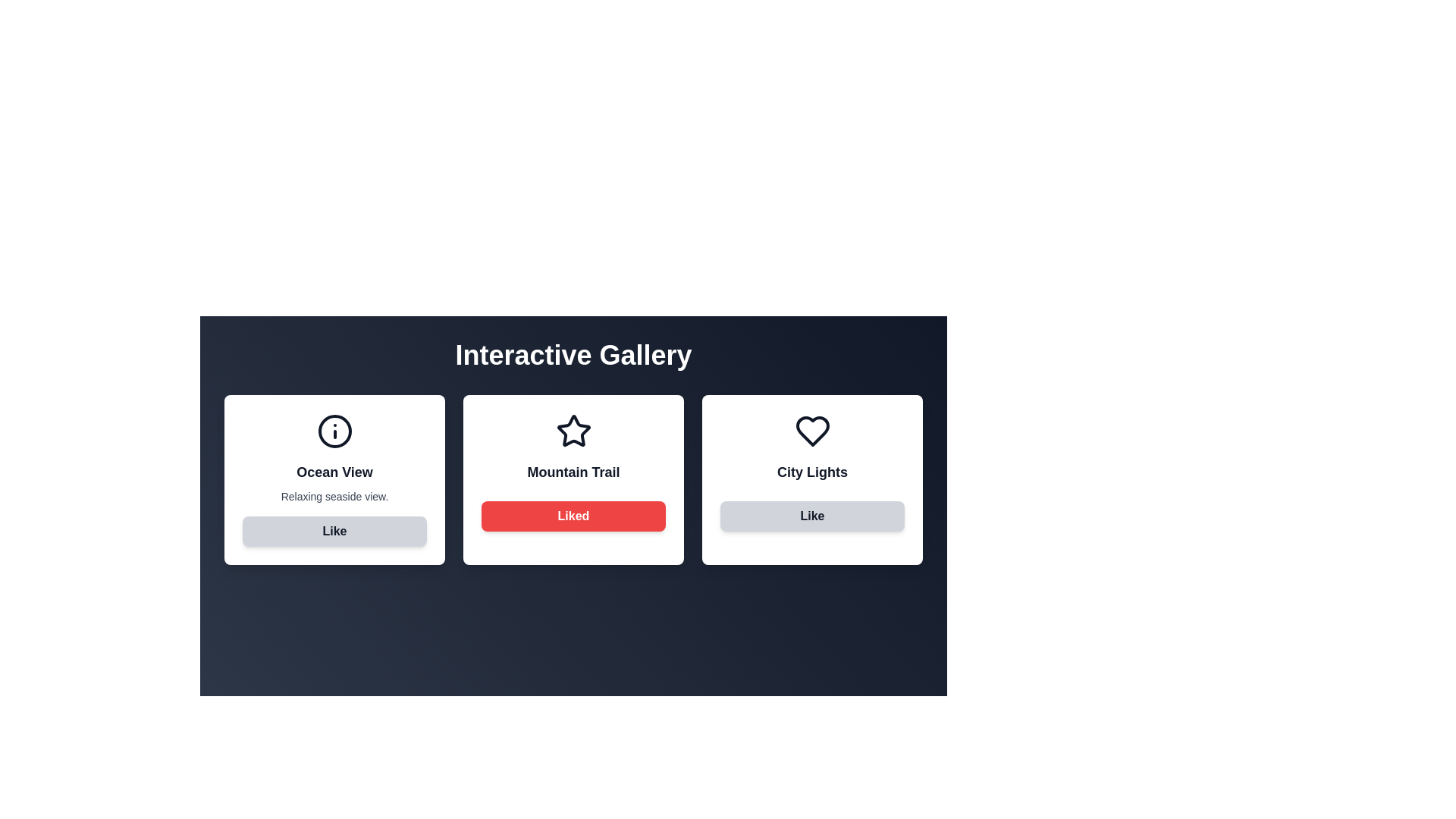 This screenshot has width=1456, height=819. I want to click on the star icon located at the center top of the 'Mountain Trail' card, which serves as a visual indicator for a favorite or rating feature, so click(573, 431).